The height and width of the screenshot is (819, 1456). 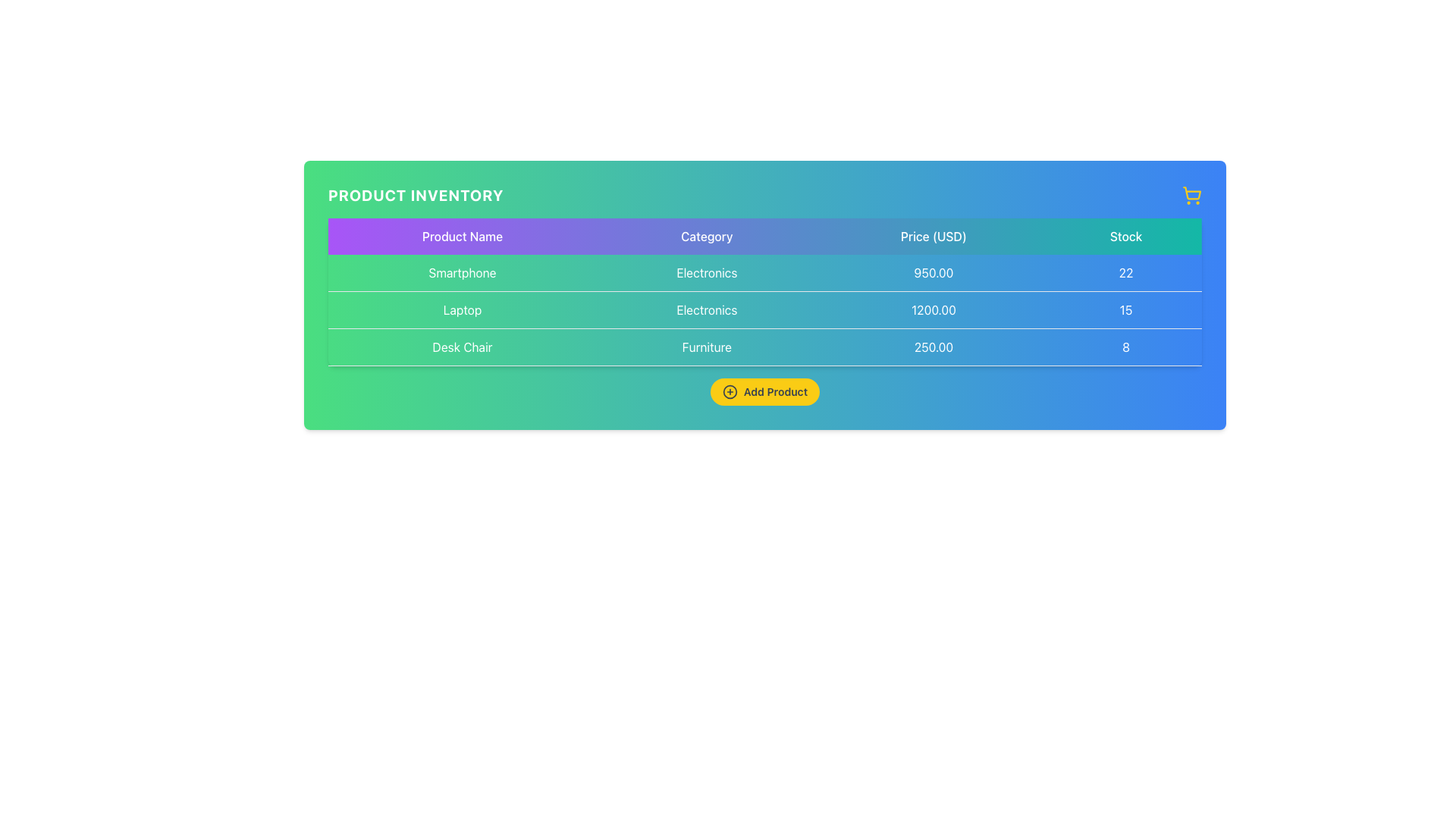 I want to click on the text label displaying 'PRODUCT INVENTORY' in bold, extra-large white font against a gradient background, so click(x=416, y=195).